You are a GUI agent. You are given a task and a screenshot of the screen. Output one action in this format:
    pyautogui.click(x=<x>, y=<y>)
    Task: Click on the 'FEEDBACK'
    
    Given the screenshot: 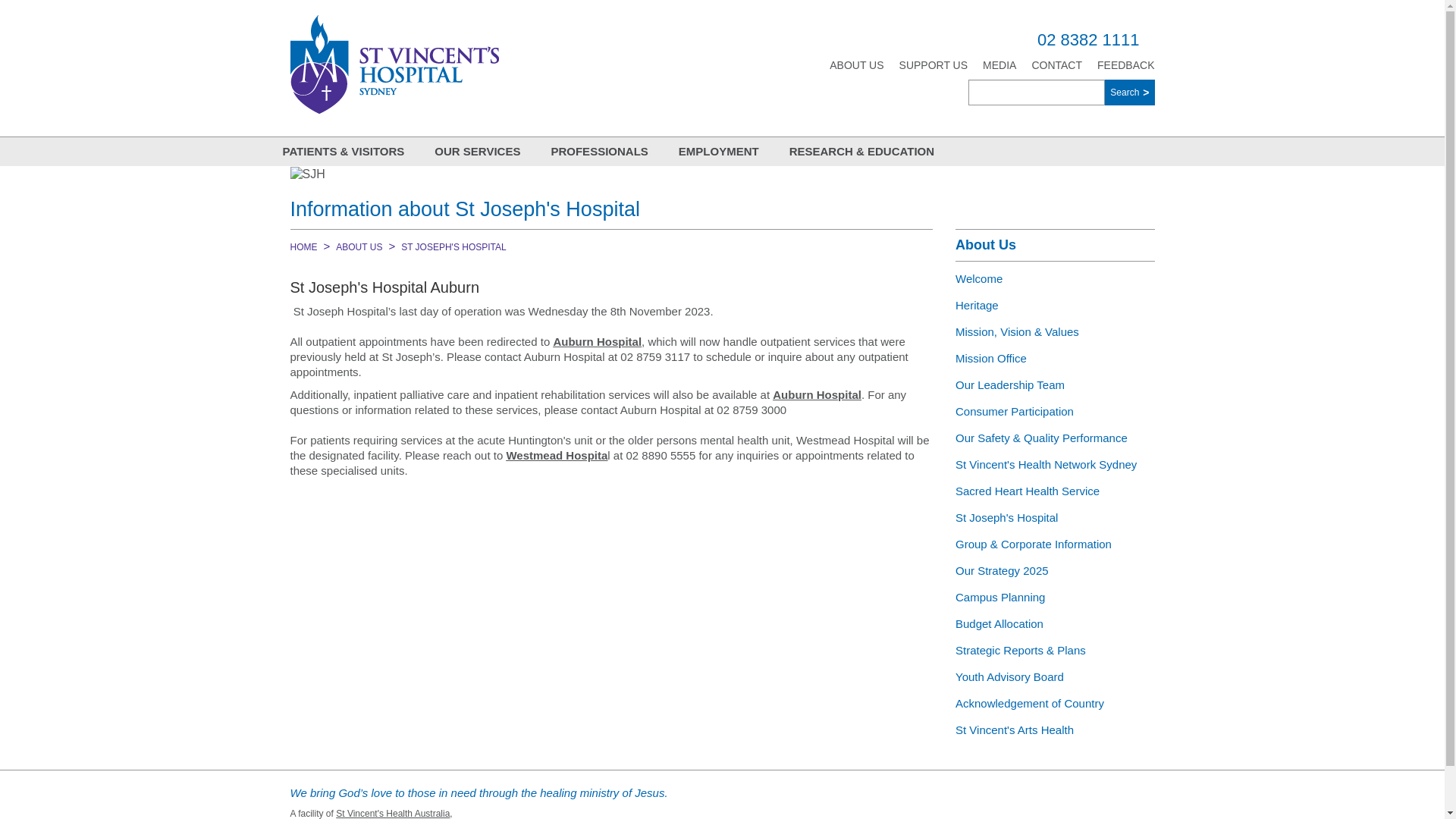 What is the action you would take?
    pyautogui.click(x=1125, y=64)
    